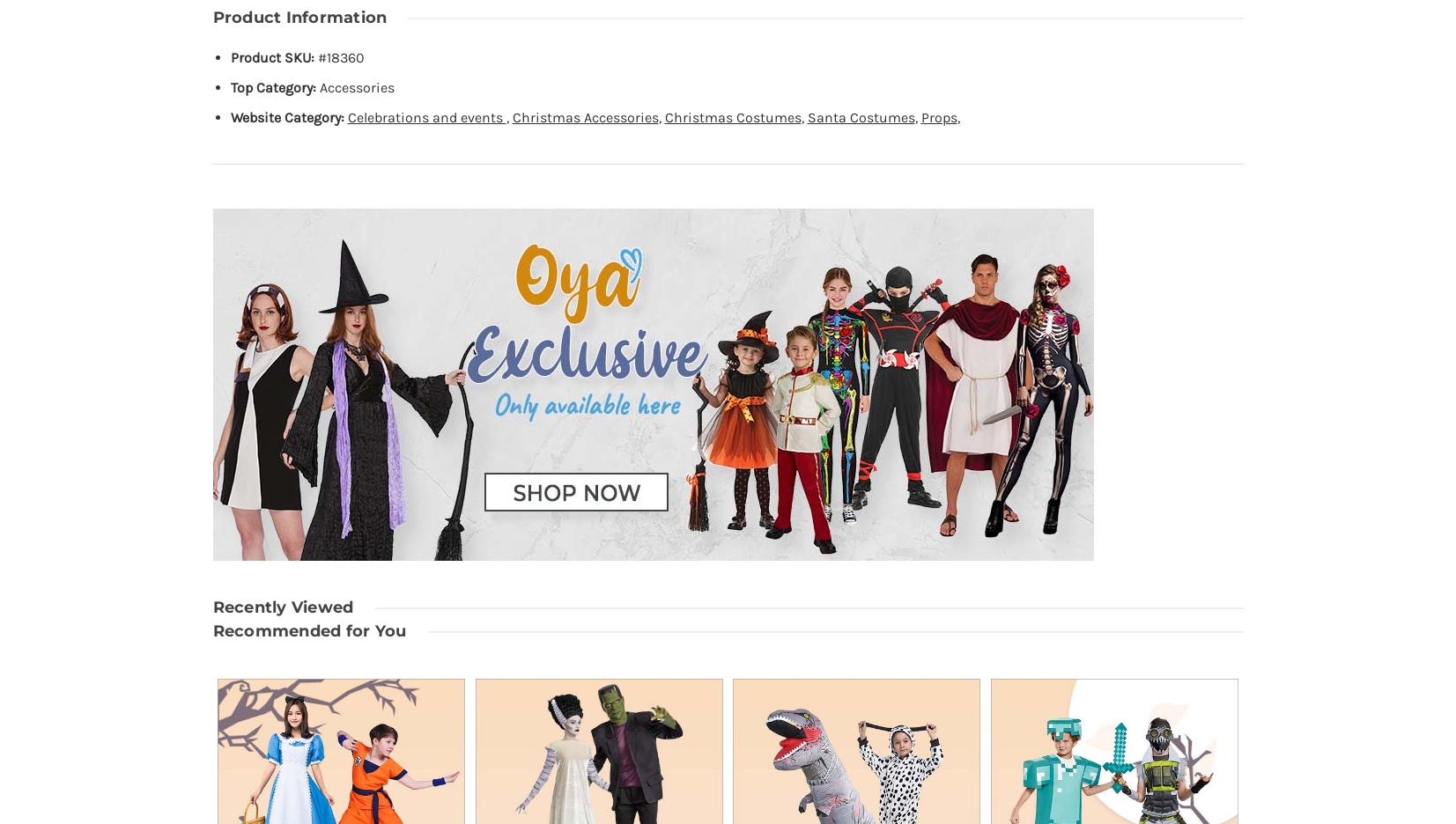  Describe the element at coordinates (307, 629) in the screenshot. I see `'Recommended for You'` at that location.